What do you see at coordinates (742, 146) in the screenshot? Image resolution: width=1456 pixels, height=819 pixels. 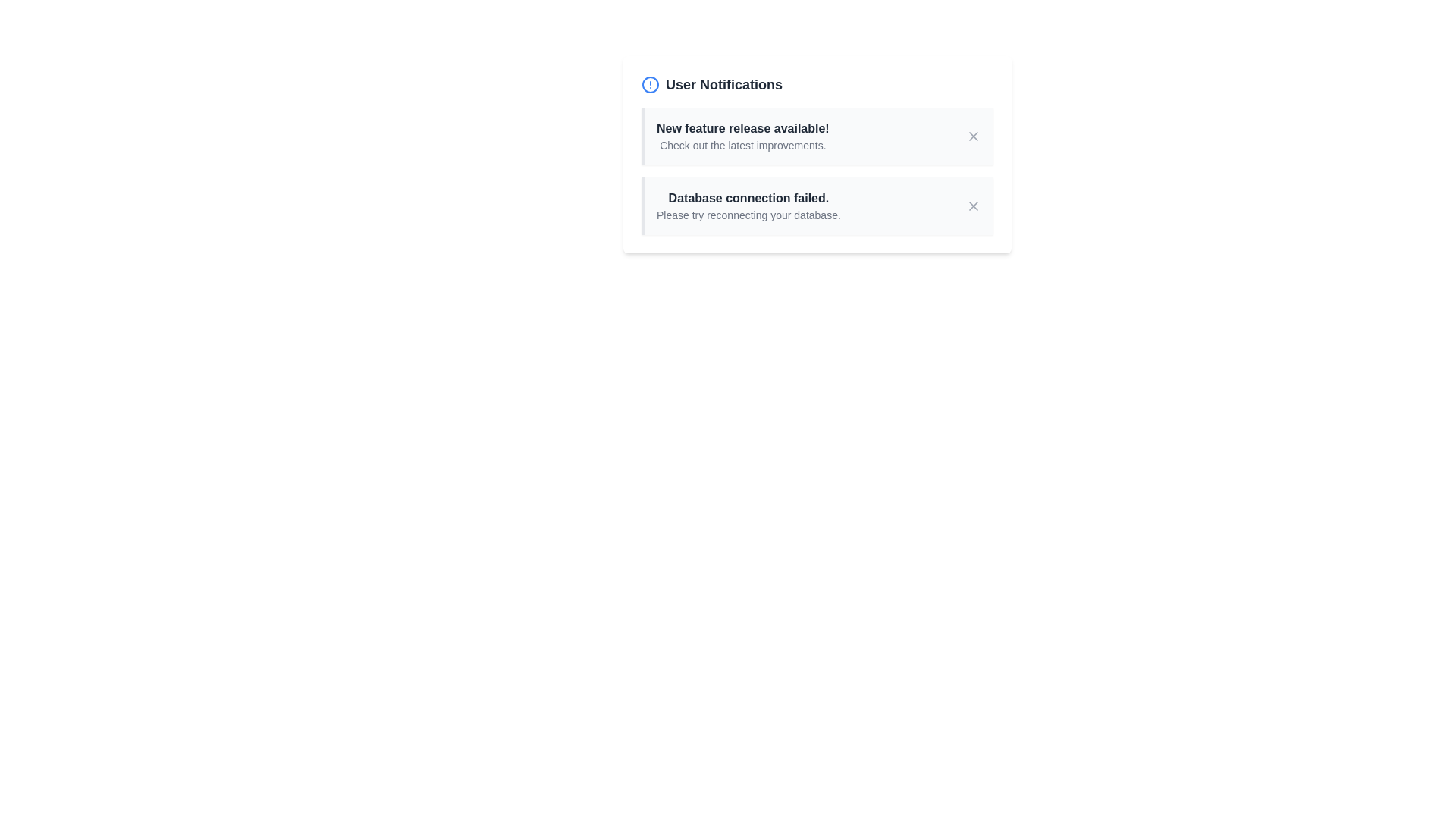 I see `the supplementary description text in the notification box that follows the headline 'New feature release available!' under 'User Notifications'` at bounding box center [742, 146].